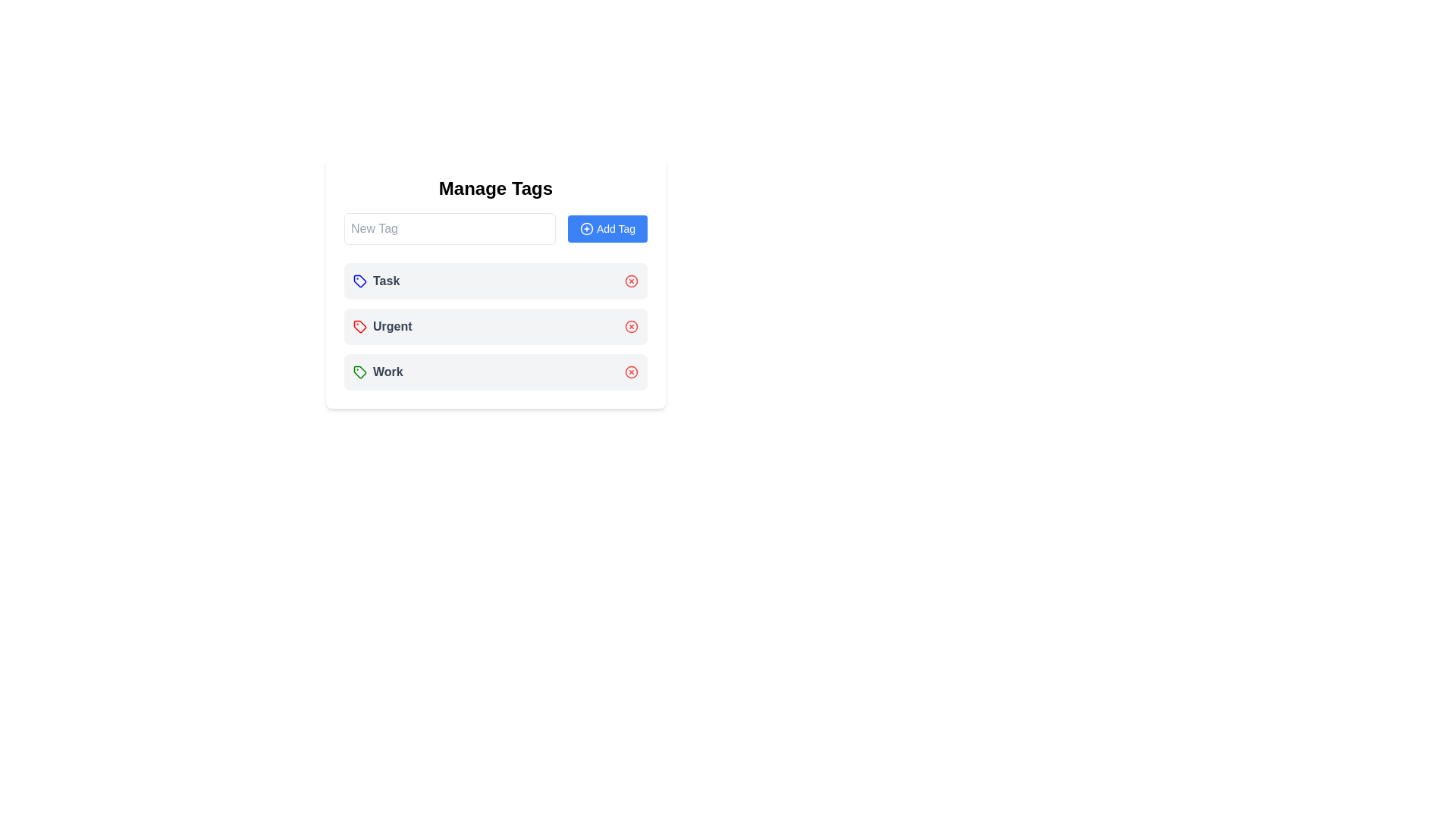 The image size is (1456, 819). Describe the element at coordinates (386, 281) in the screenshot. I see `the 'Task' label that is styled with a bold font and dark gray color, located to the right of a blue tag icon` at that location.